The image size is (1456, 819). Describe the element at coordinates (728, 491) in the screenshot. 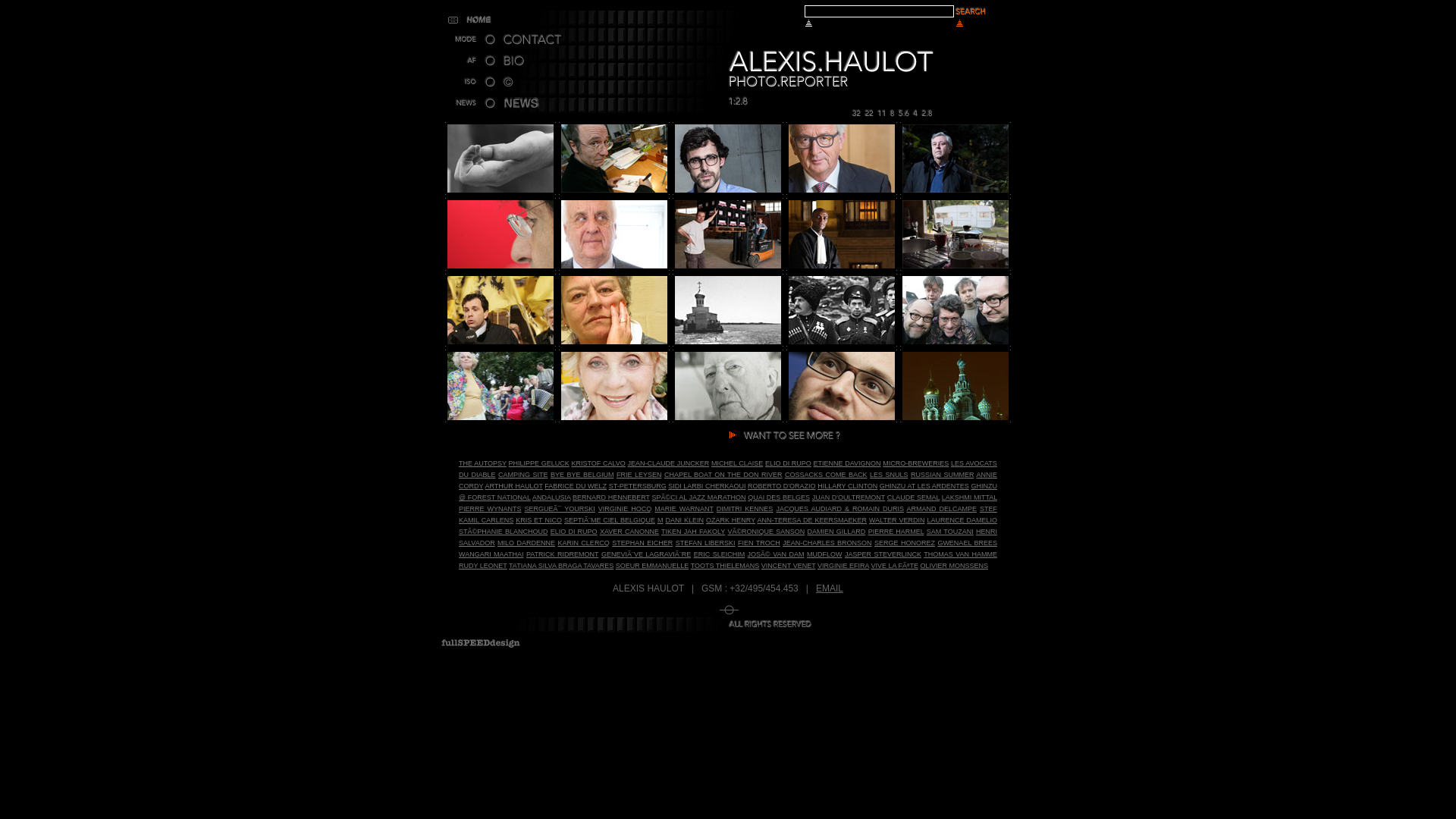

I see `'GHINZU @ FOREST NATIONAL'` at that location.